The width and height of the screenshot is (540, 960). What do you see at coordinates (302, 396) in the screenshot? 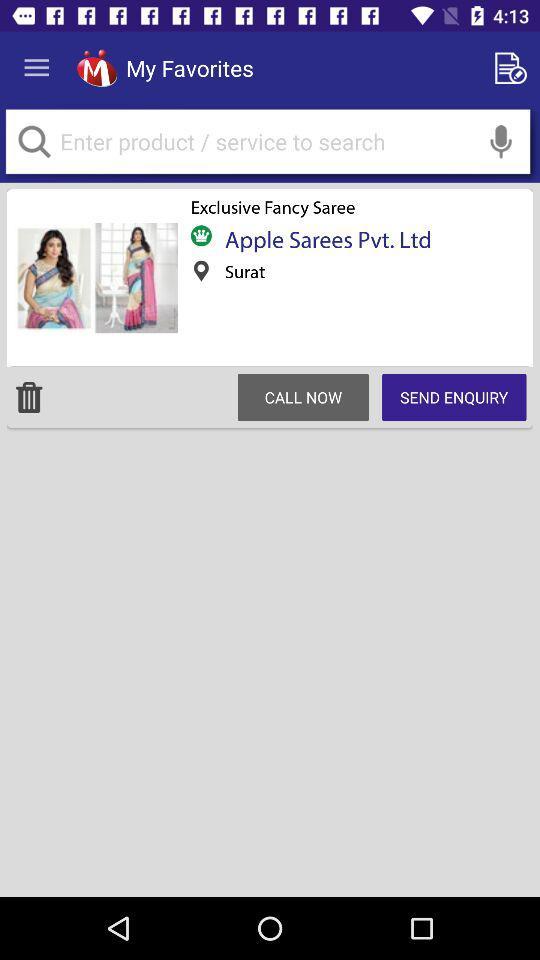
I see `call now item` at bounding box center [302, 396].